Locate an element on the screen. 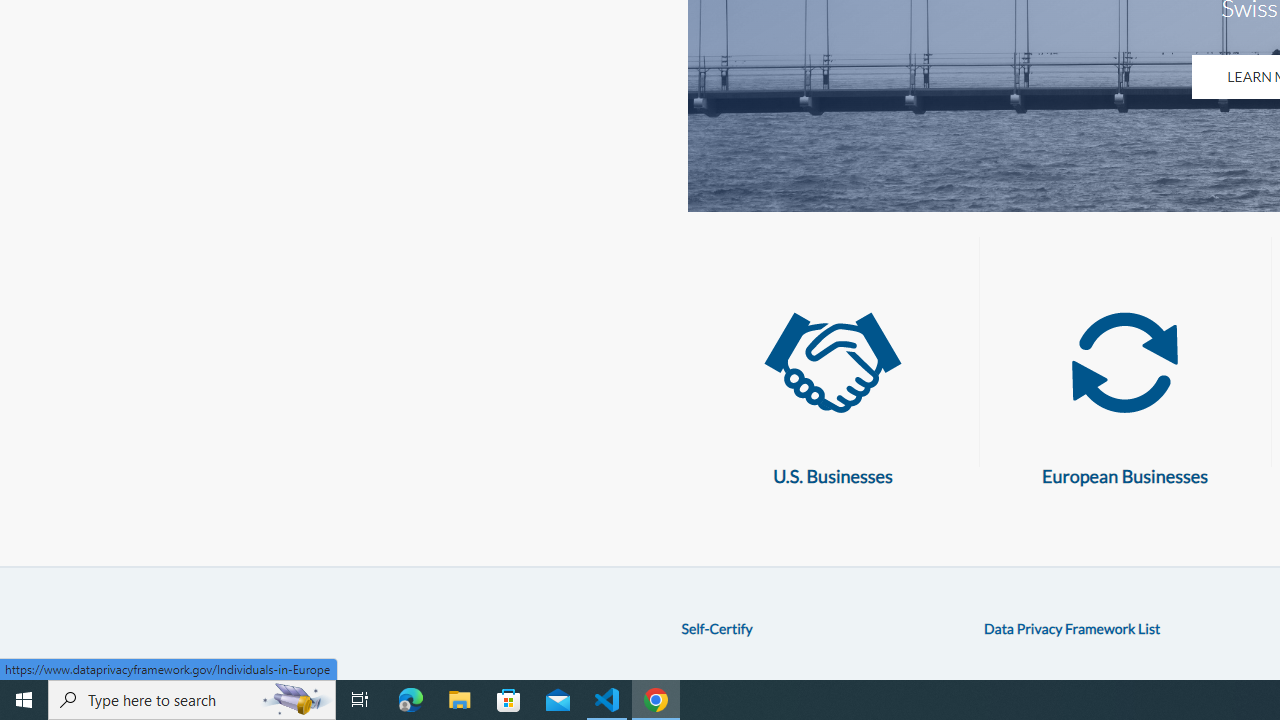 The image size is (1280, 720). 'Data Privacy Framework List' is located at coordinates (1071, 627).